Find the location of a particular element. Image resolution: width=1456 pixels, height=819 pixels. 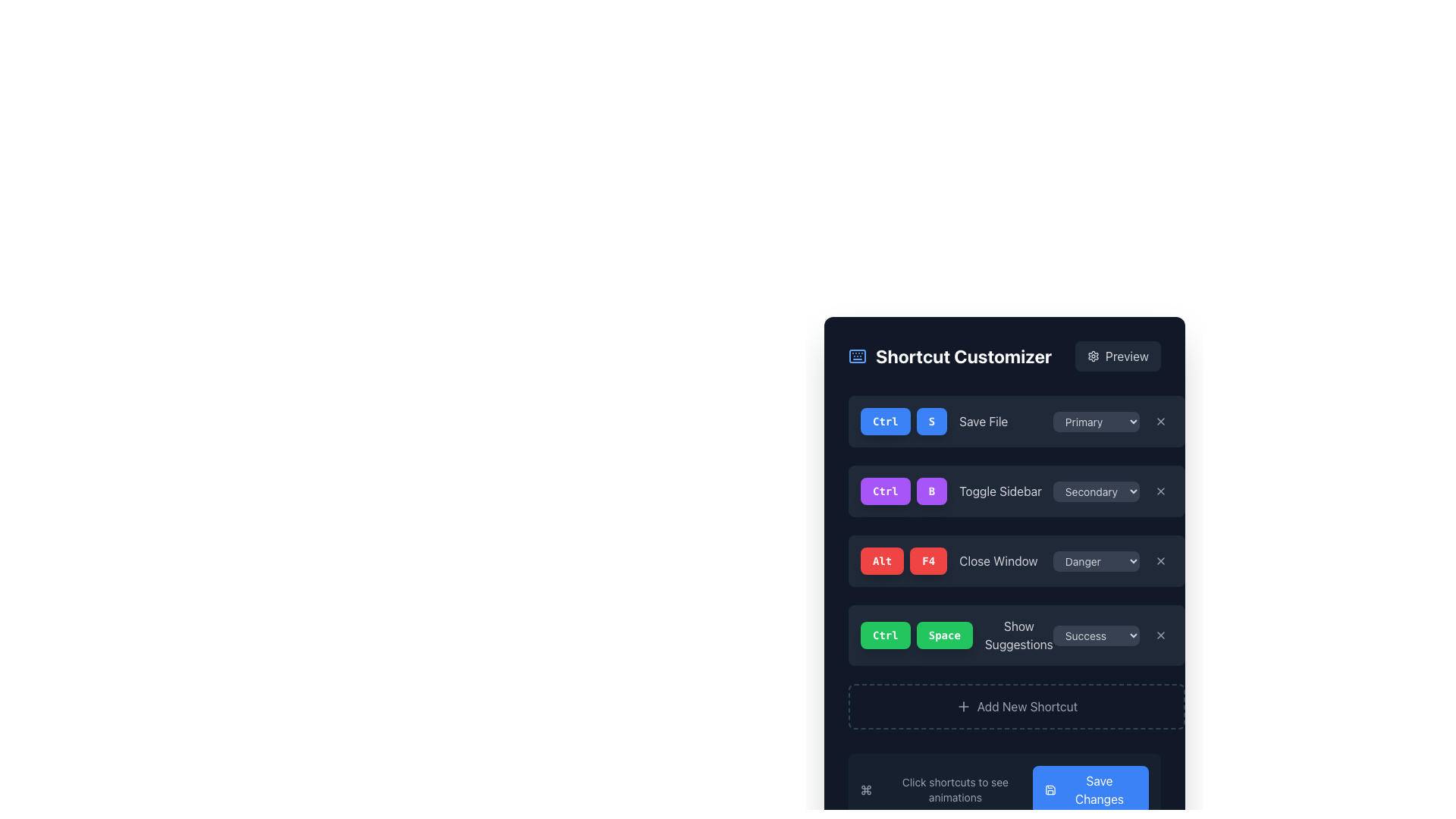

the static representation of the 'Ctrl' key in the Shortcut Customizer section is located at coordinates (885, 421).